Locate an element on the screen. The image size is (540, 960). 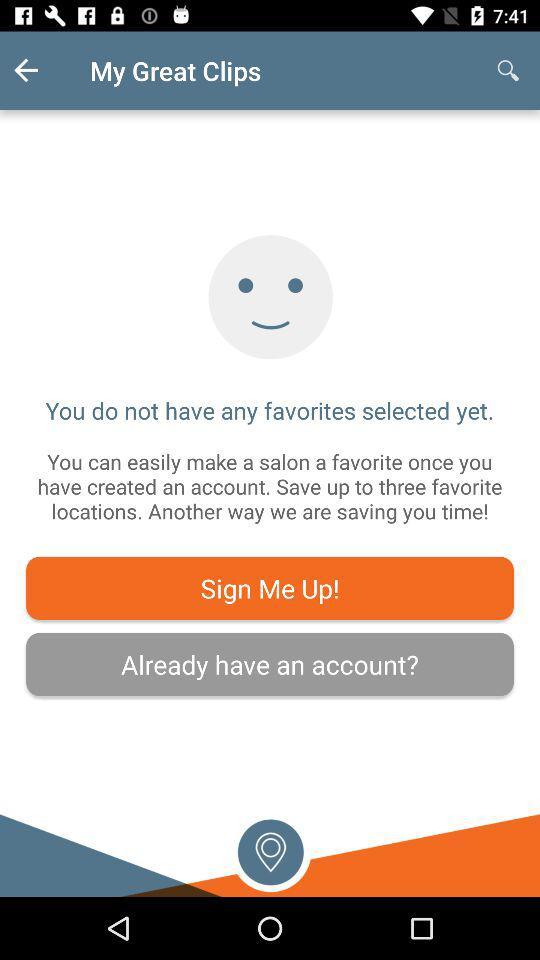
icon above already have an item is located at coordinates (270, 588).